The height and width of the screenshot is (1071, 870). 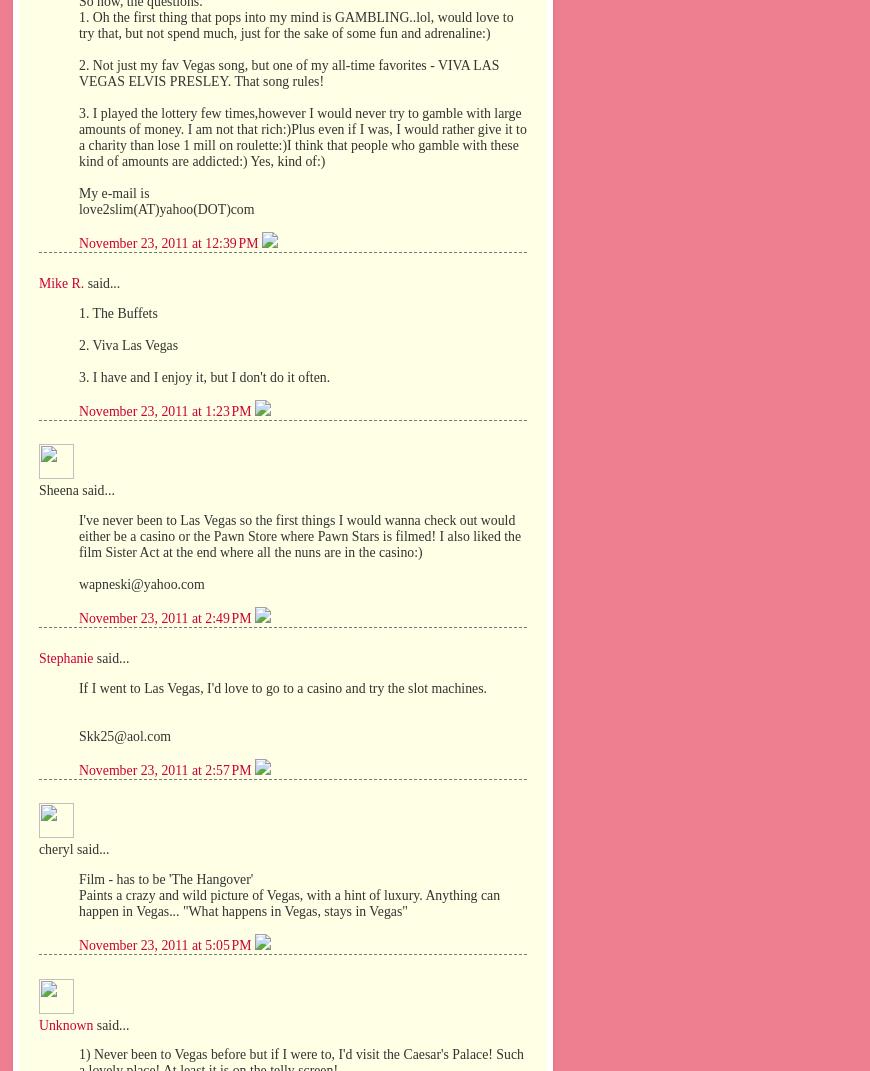 I want to click on 'November 23, 2011 at 2:57 PM', so click(x=165, y=769).